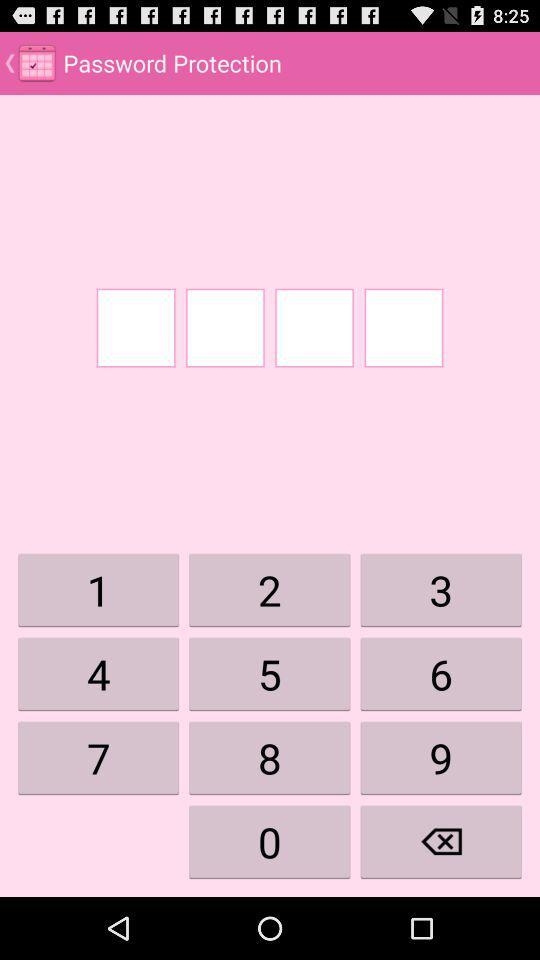 This screenshot has width=540, height=960. Describe the element at coordinates (441, 841) in the screenshot. I see `last option in last row` at that location.